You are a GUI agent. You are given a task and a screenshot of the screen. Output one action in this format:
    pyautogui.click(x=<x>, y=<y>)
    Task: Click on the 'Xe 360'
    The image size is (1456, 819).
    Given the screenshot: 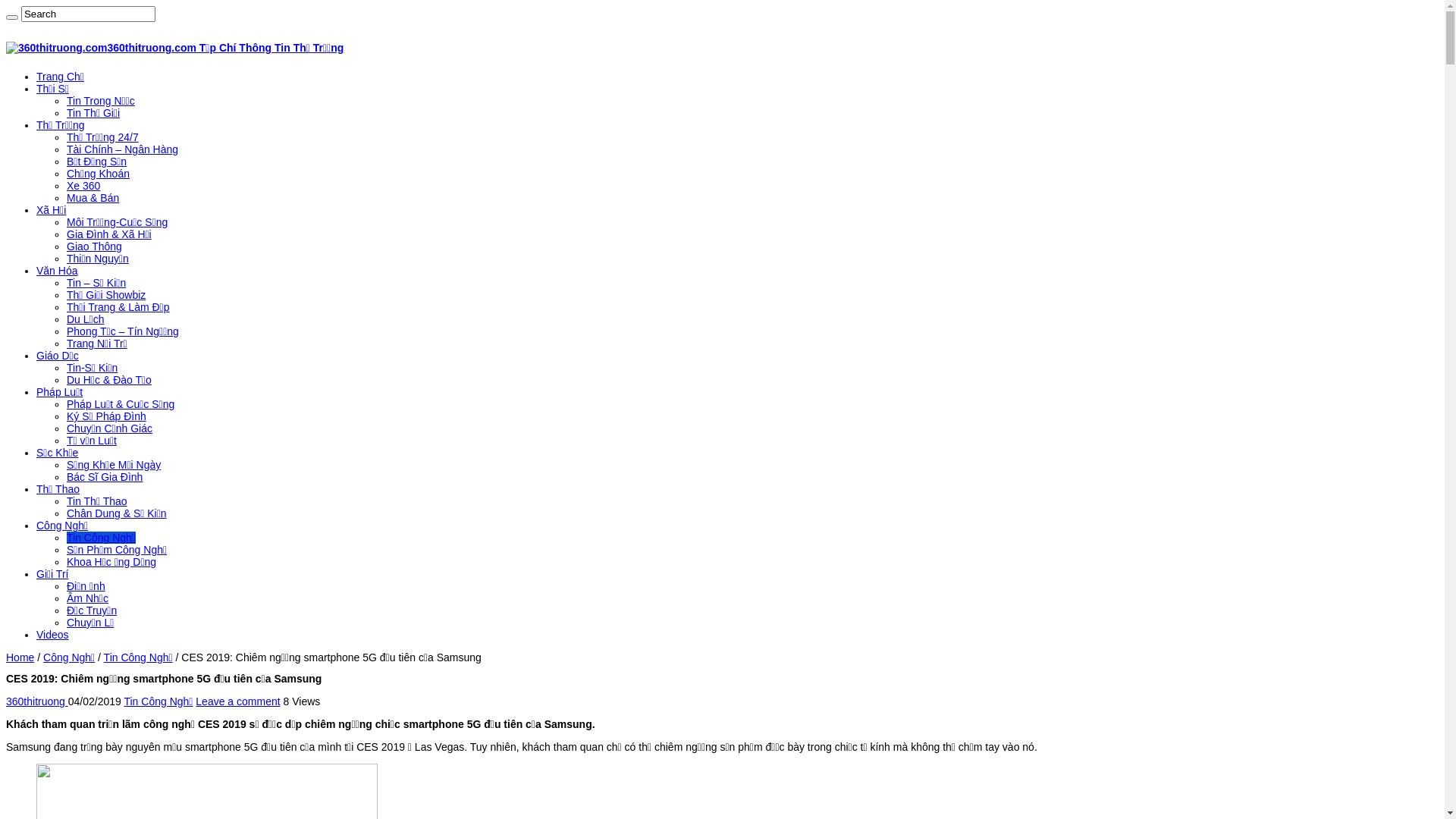 What is the action you would take?
    pyautogui.click(x=65, y=185)
    